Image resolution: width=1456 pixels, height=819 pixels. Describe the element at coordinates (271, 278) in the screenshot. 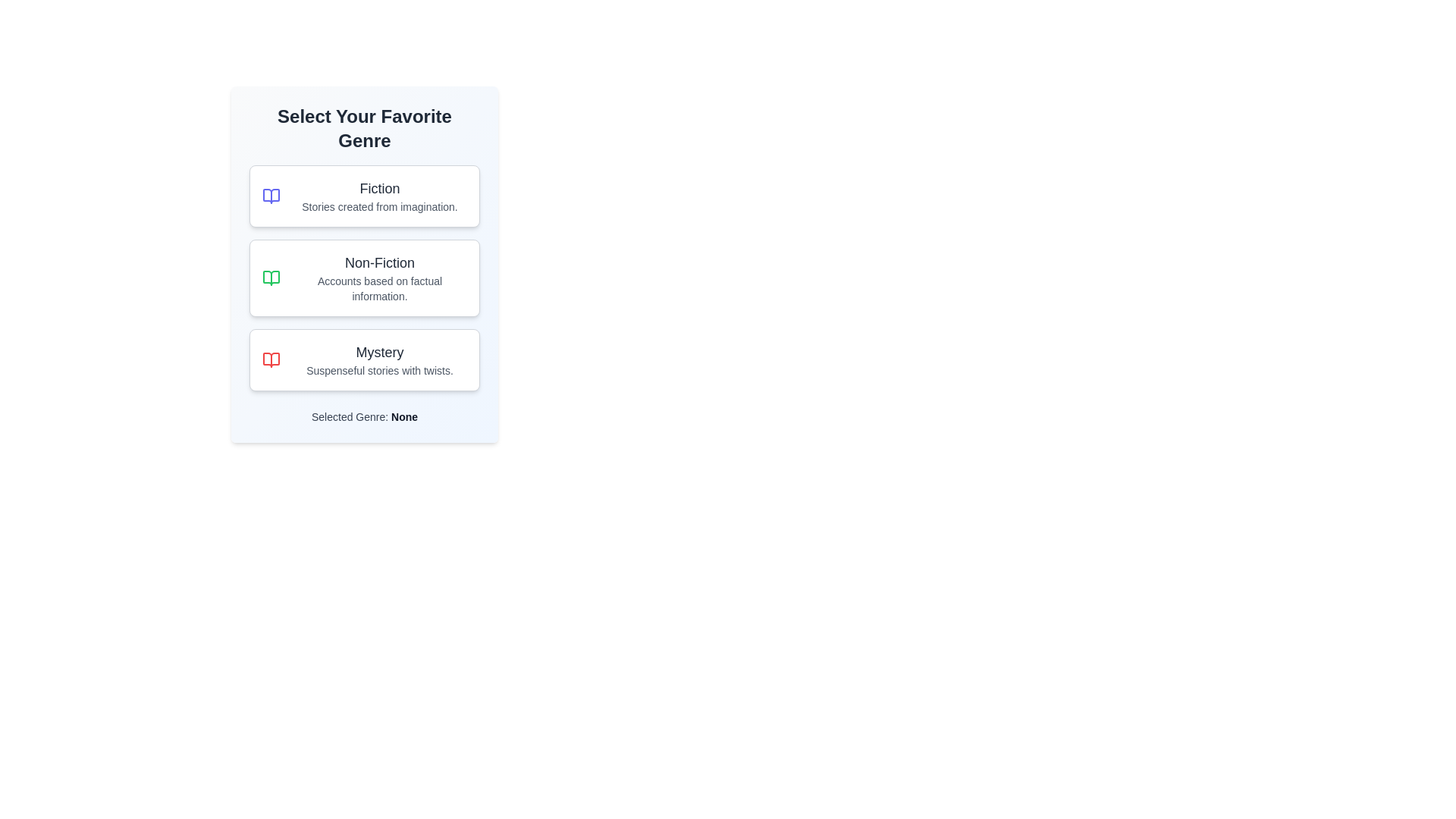

I see `the green open book icon located to the left of the 'Non-Fiction' text in the second selectable genre option` at that location.